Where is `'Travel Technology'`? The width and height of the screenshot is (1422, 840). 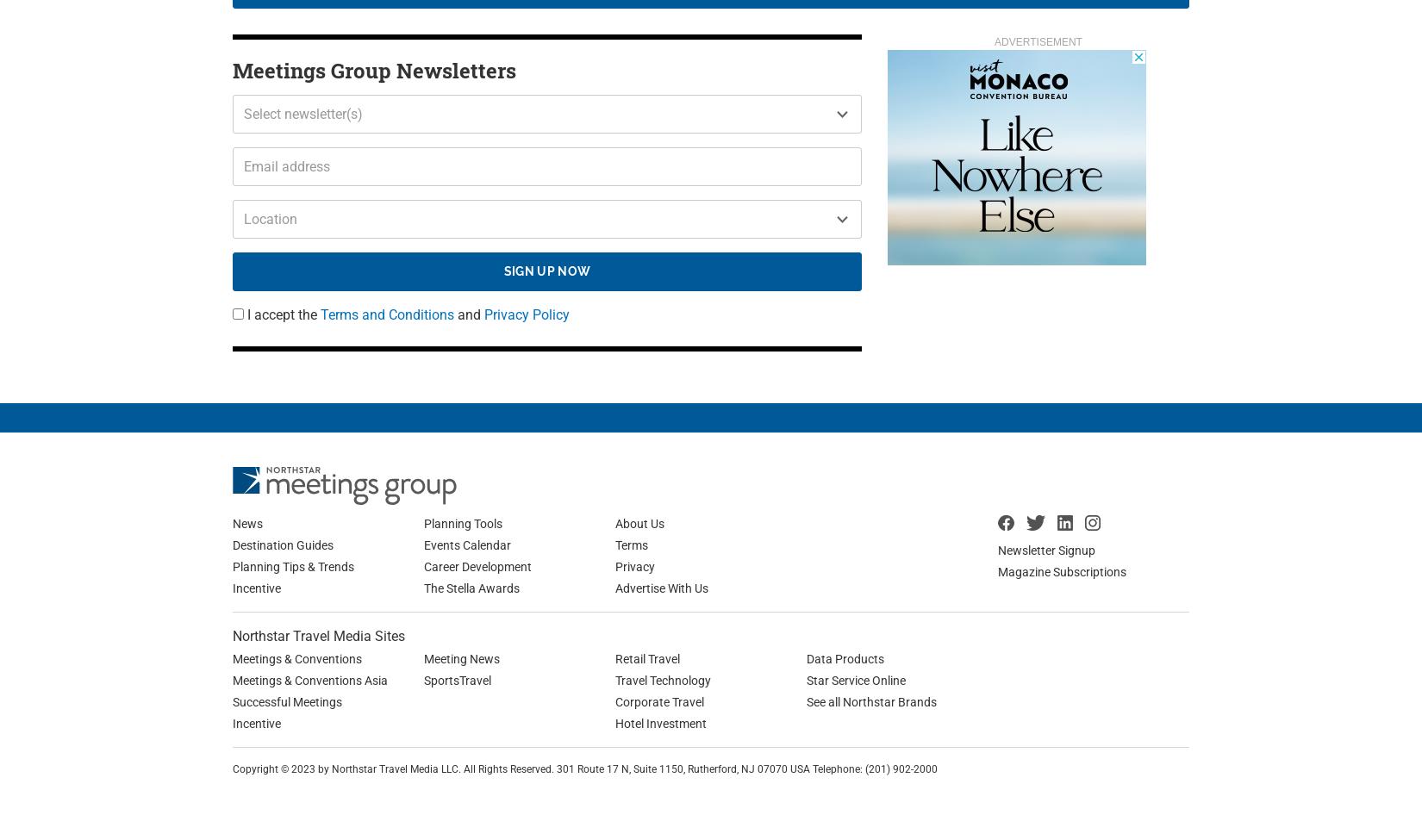
'Travel Technology' is located at coordinates (662, 679).